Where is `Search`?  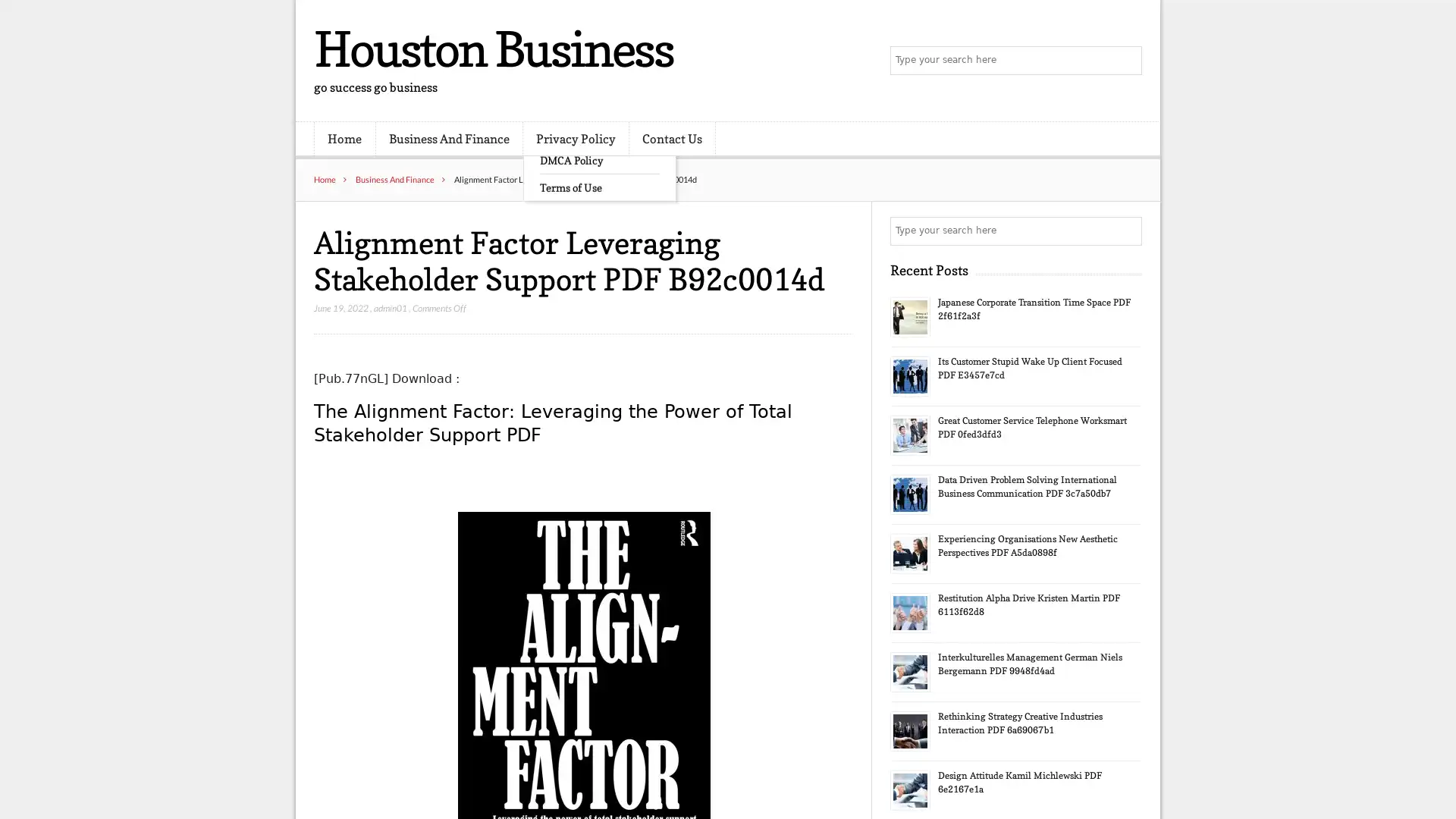 Search is located at coordinates (1126, 61).